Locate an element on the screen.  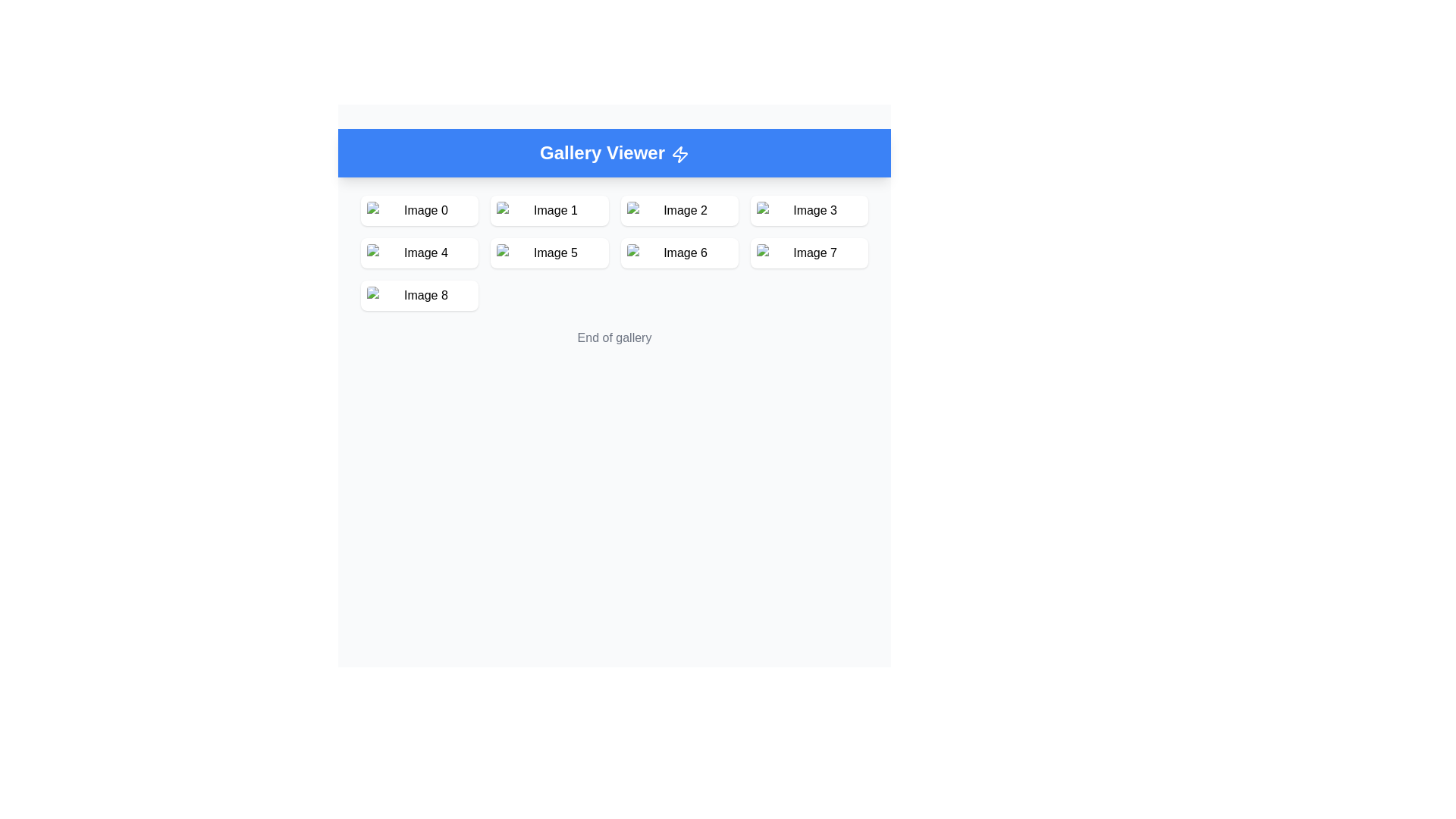
the Image Placeholder displaying 'Img6', which is located in the sixth slot of the grid layout in the gallery viewer is located at coordinates (679, 253).